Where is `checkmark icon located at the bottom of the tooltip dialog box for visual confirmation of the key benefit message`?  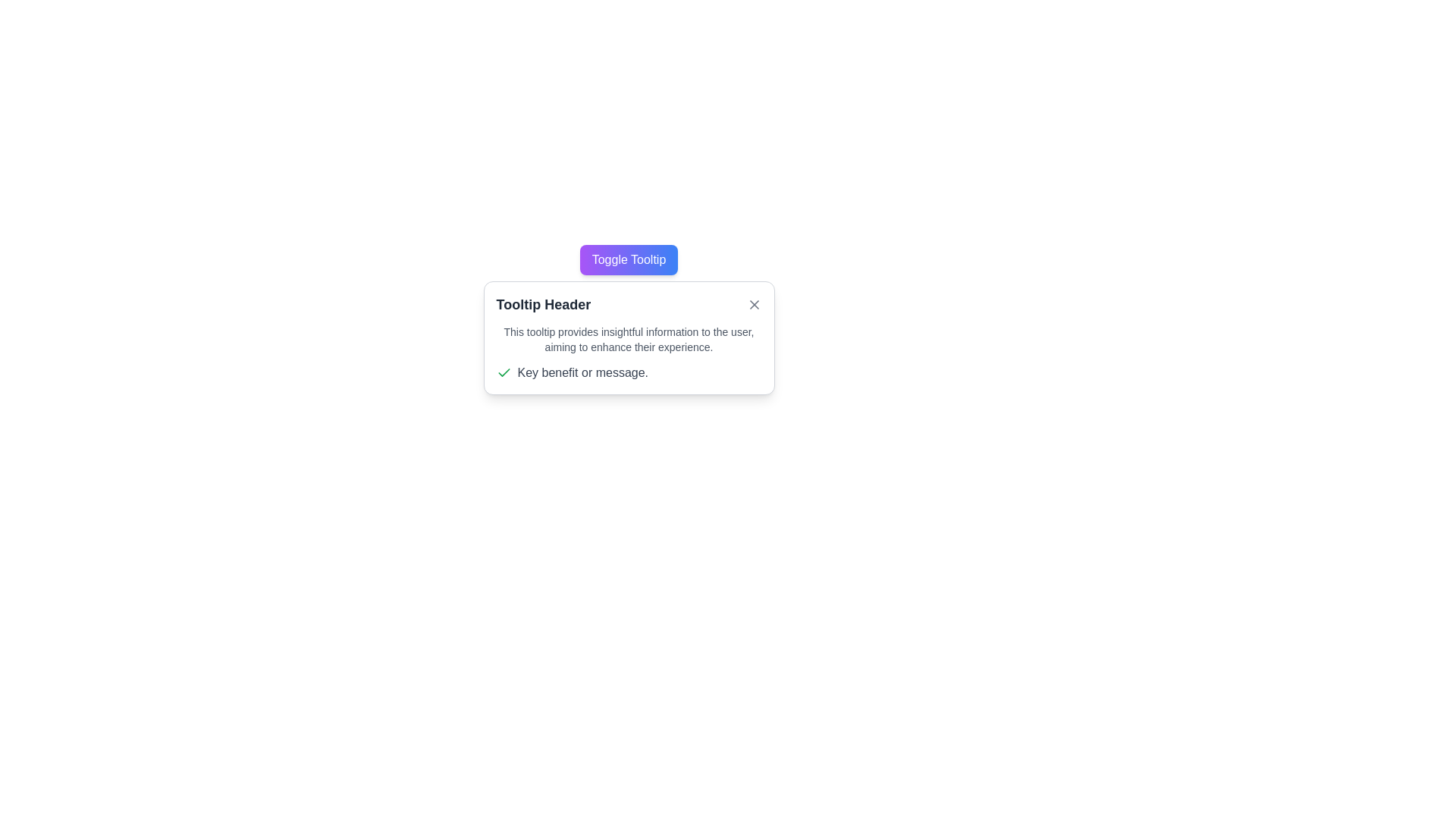 checkmark icon located at the bottom of the tooltip dialog box for visual confirmation of the key benefit message is located at coordinates (629, 373).